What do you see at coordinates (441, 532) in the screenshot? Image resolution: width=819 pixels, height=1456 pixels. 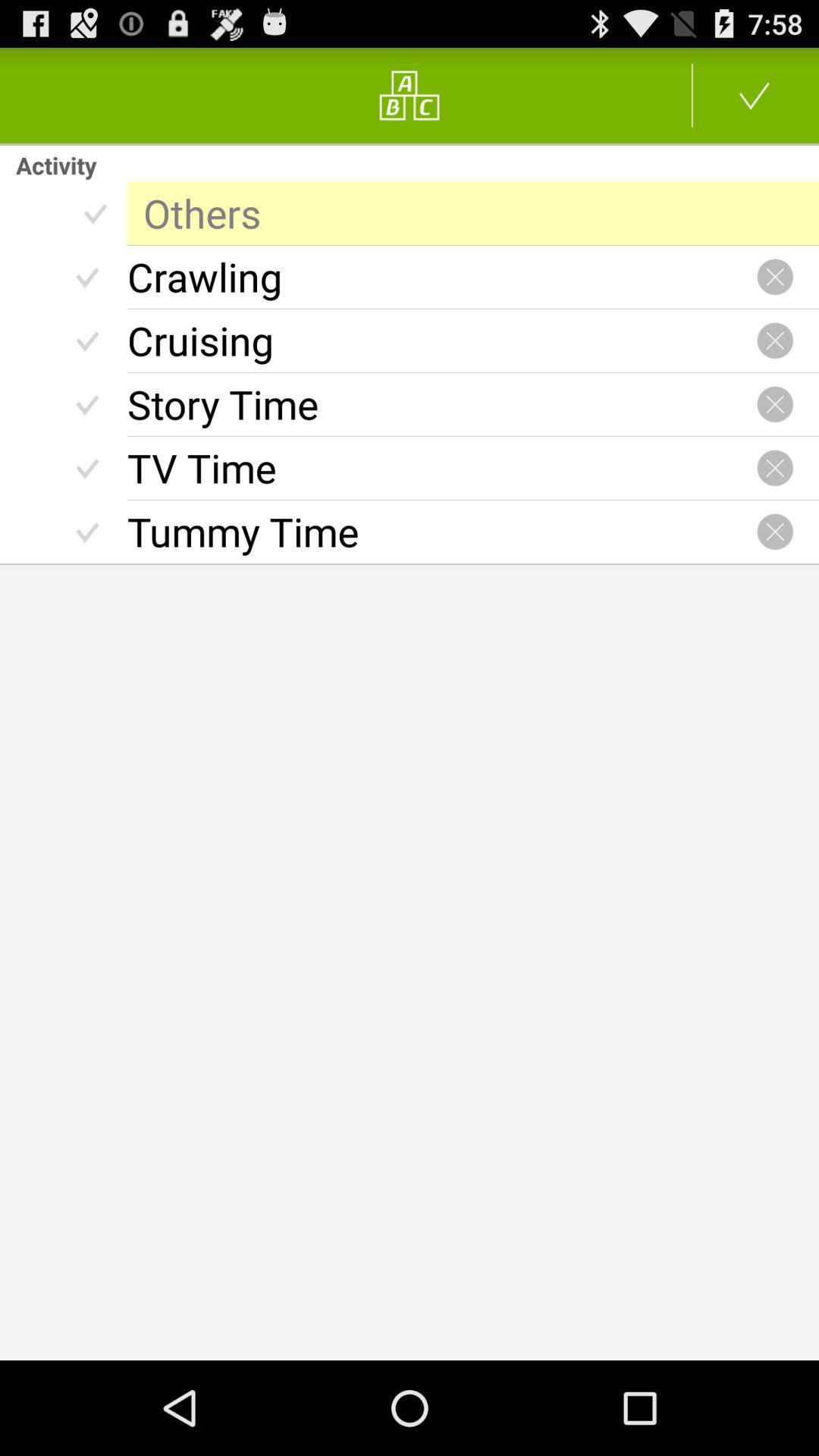 I see `tummy time icon` at bounding box center [441, 532].